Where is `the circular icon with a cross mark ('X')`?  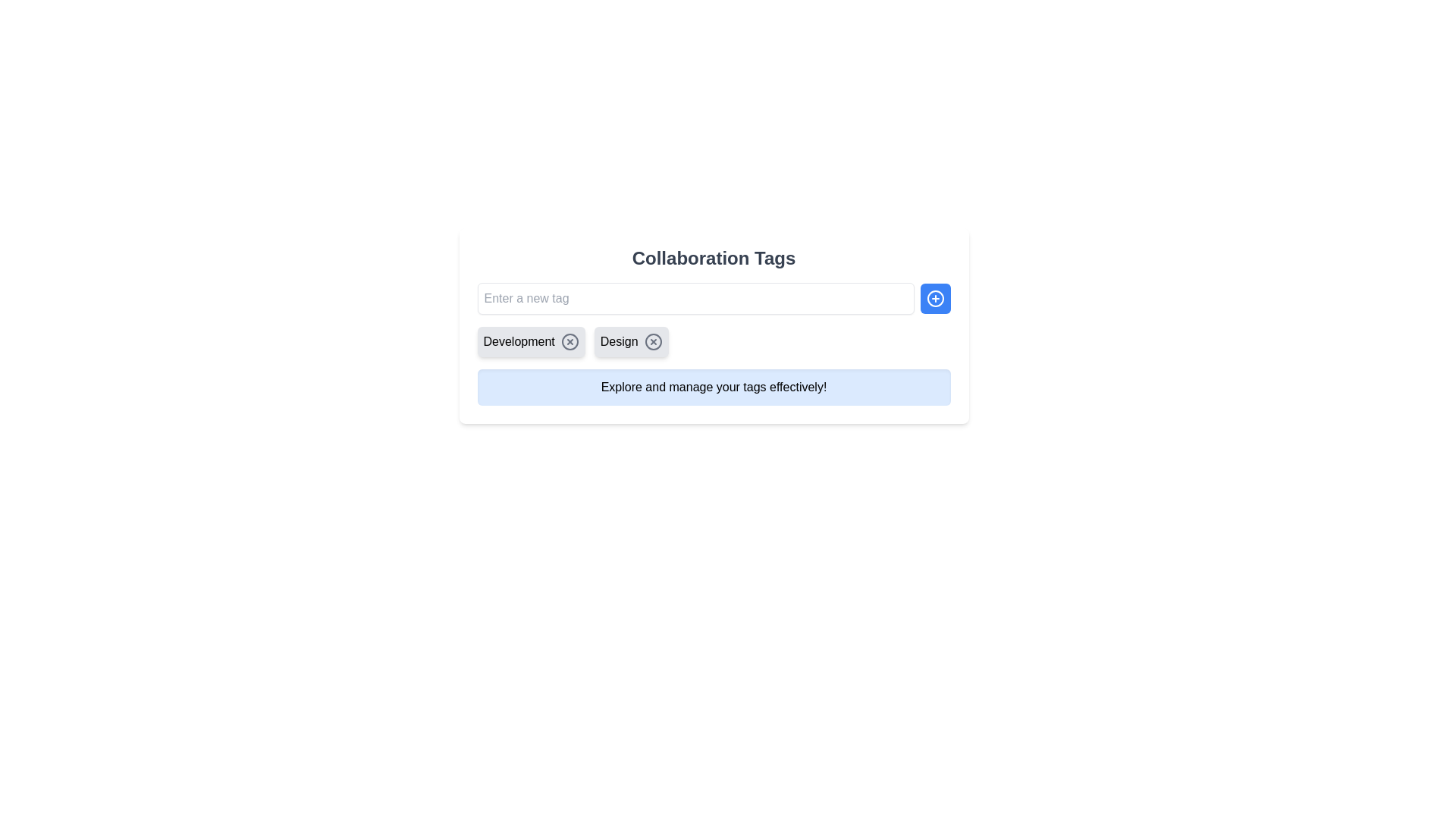
the circular icon with a cross mark ('X') is located at coordinates (569, 342).